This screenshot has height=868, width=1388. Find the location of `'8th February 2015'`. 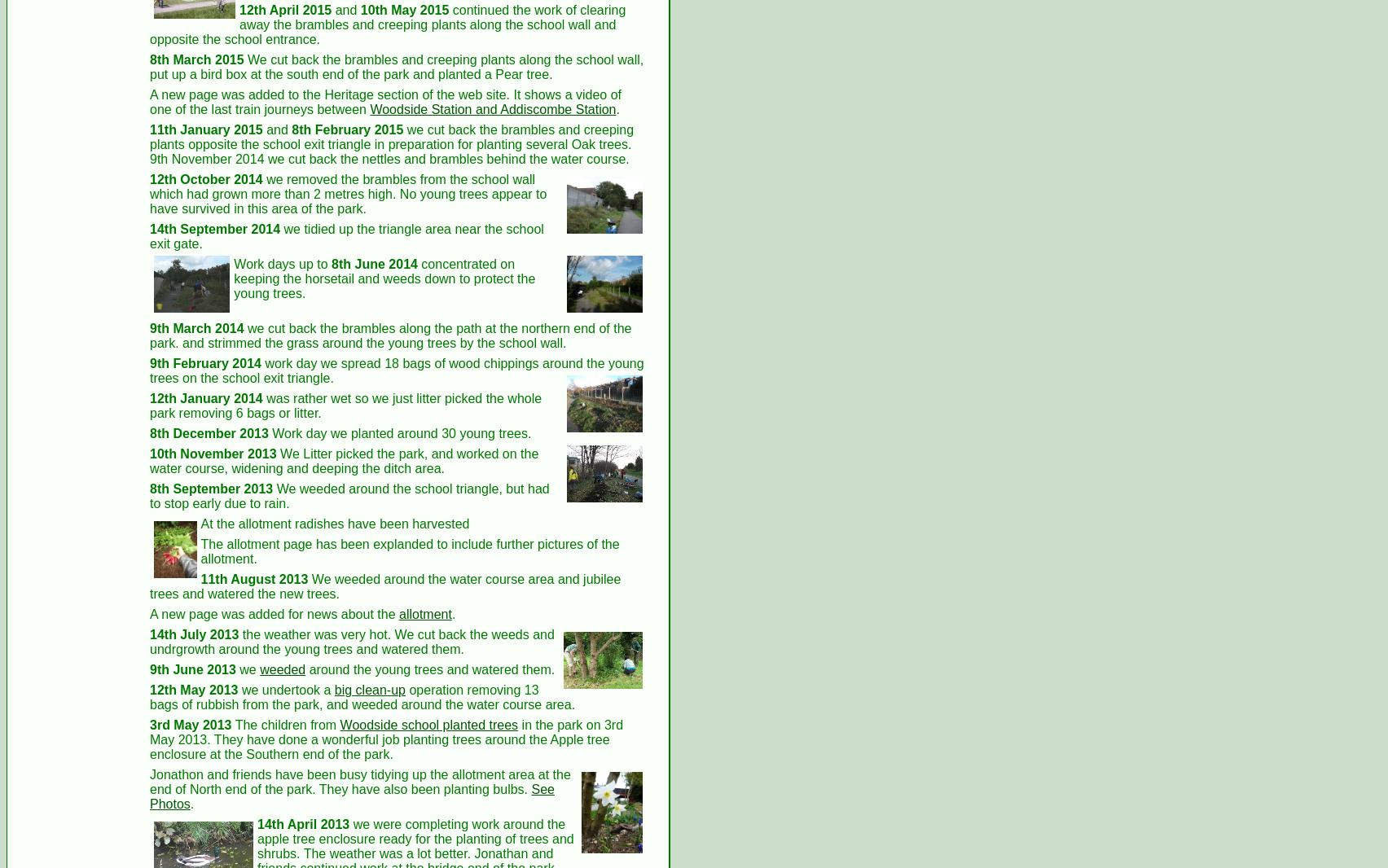

'8th February 2015' is located at coordinates (291, 128).